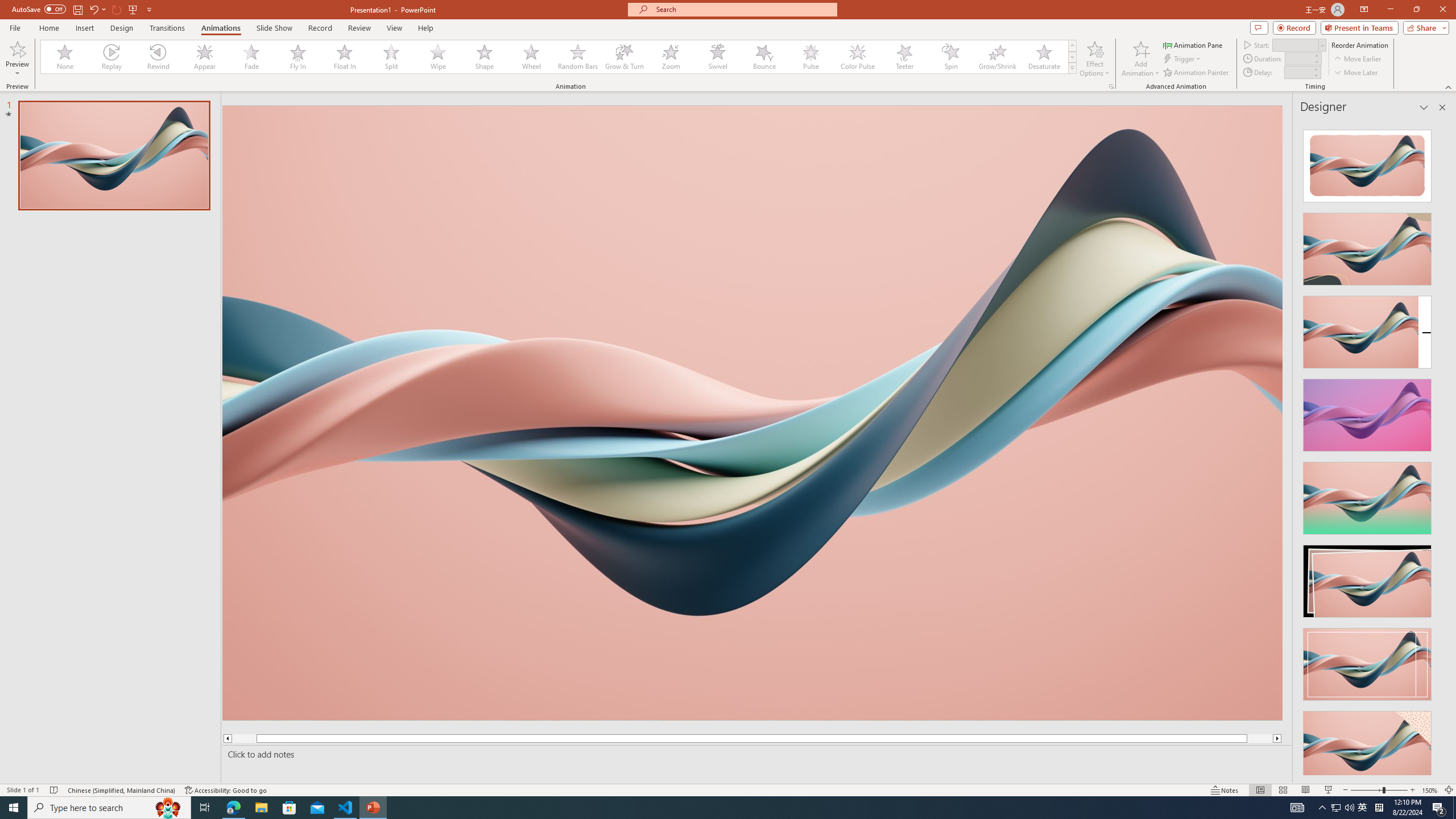 The width and height of the screenshot is (1456, 819). I want to click on 'Add Animation', so click(1141, 59).